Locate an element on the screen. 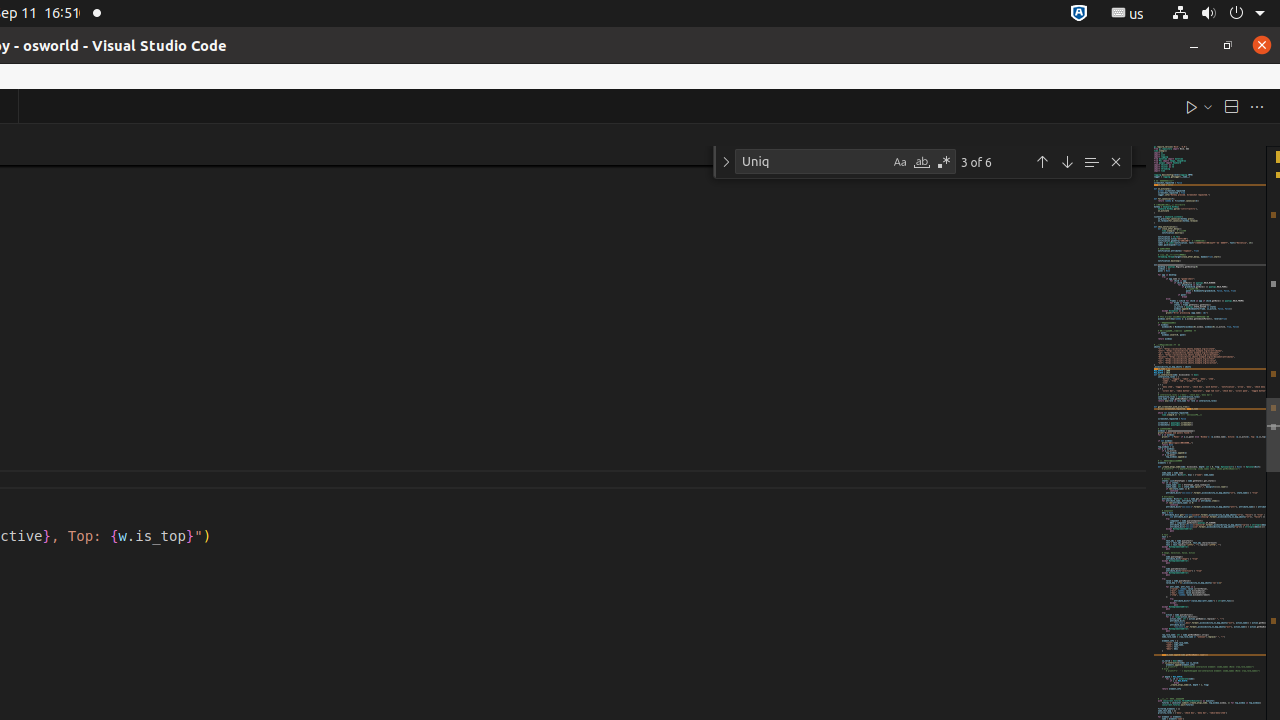 This screenshot has height=720, width=1280. 'Match Whole Word (Alt+W)' is located at coordinates (920, 161).